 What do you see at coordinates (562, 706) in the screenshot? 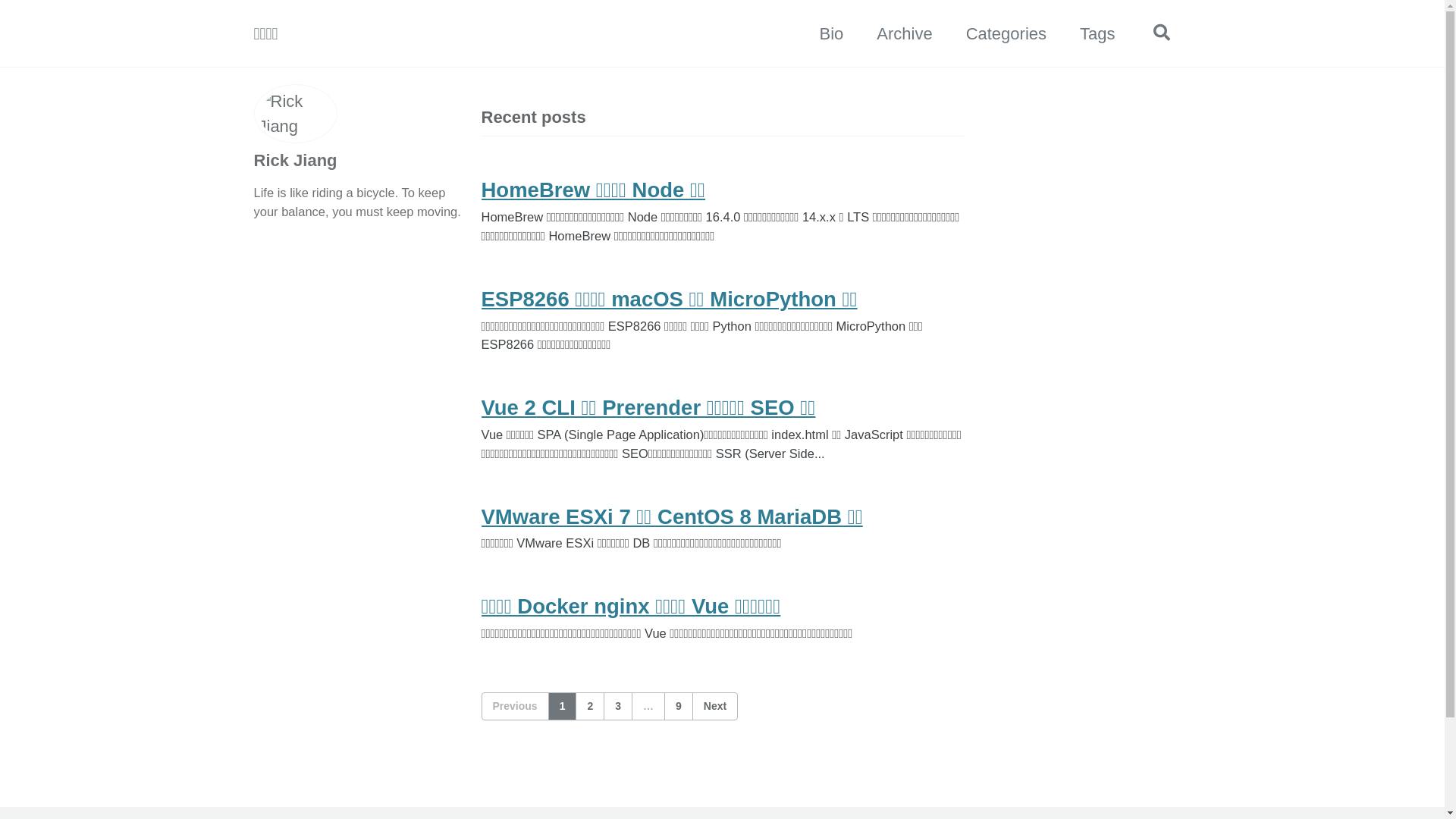
I see `'1'` at bounding box center [562, 706].